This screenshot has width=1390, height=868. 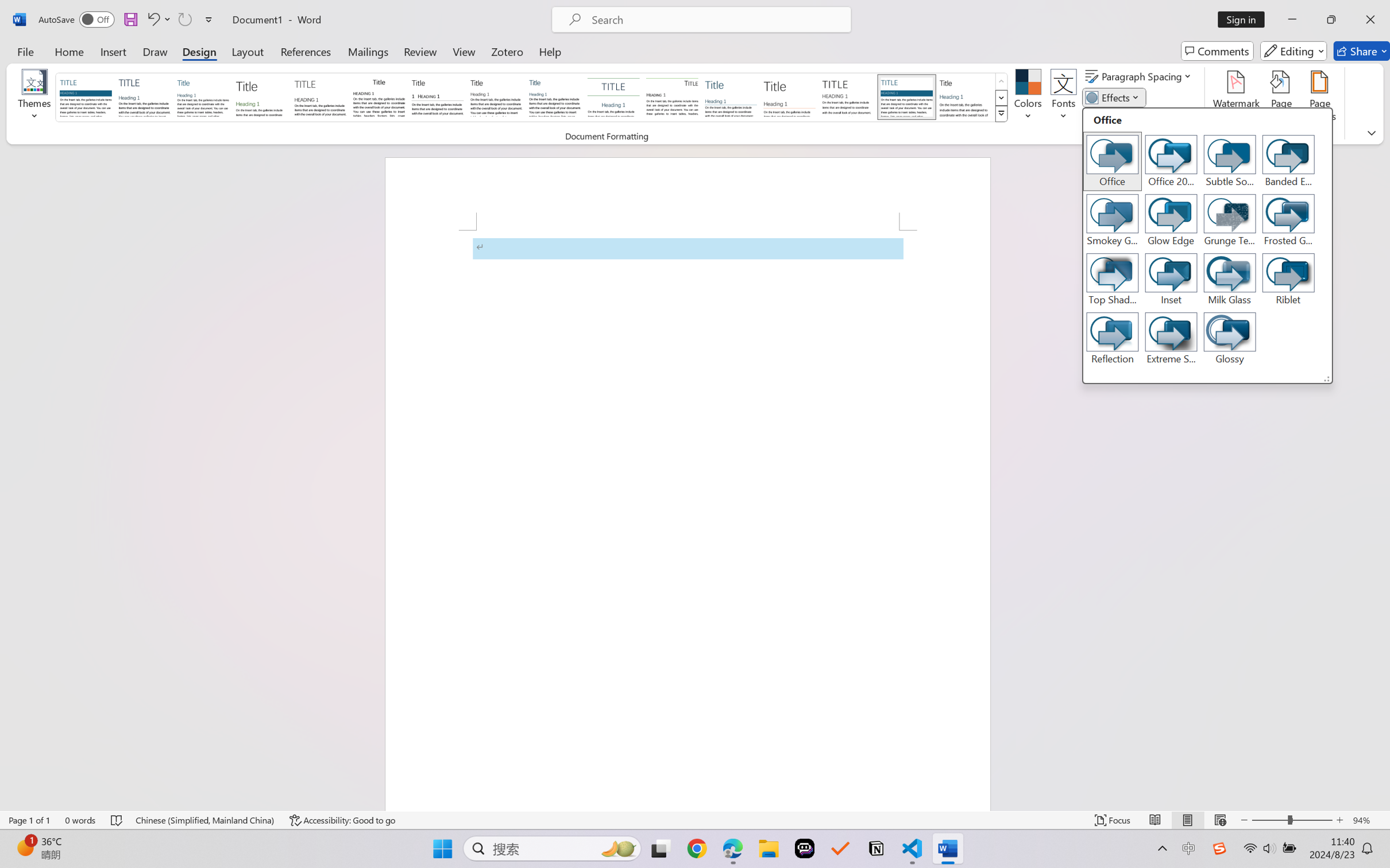 I want to click on 'Basic (Elegant)', so click(x=144, y=96).